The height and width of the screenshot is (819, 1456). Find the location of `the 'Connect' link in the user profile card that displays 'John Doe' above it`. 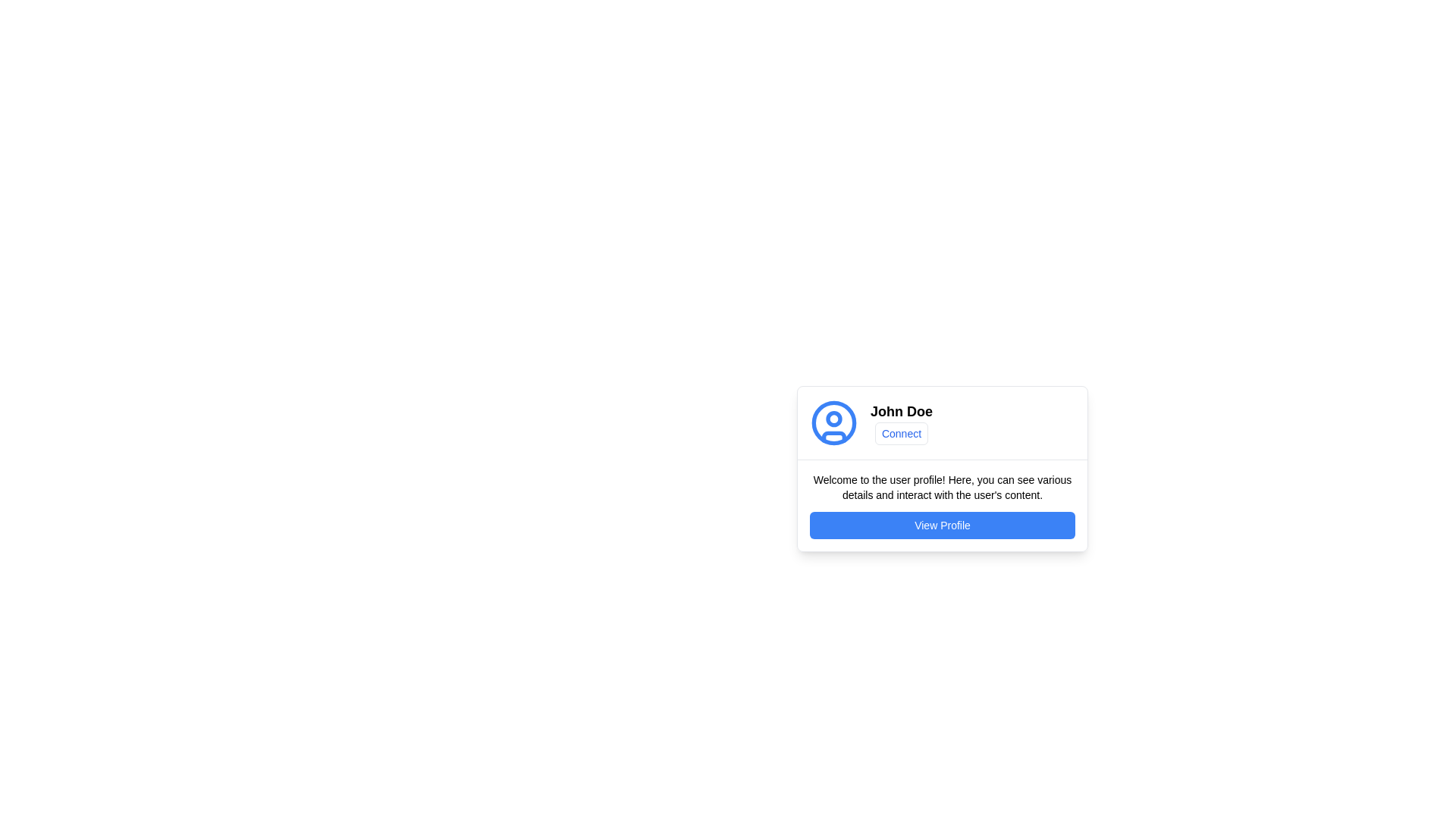

the 'Connect' link in the user profile card that displays 'John Doe' above it is located at coordinates (902, 423).